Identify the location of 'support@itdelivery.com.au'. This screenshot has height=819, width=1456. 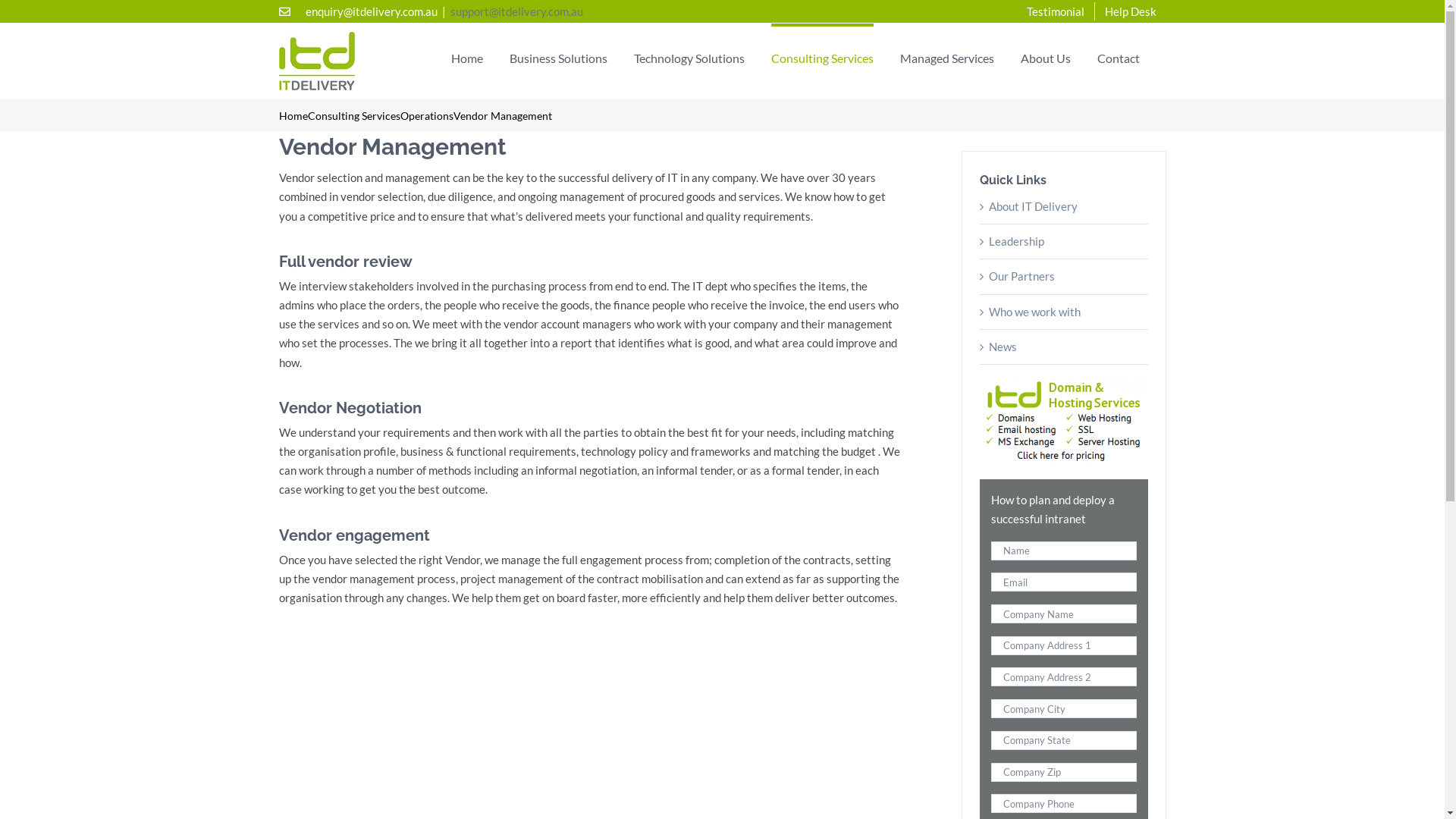
(516, 11).